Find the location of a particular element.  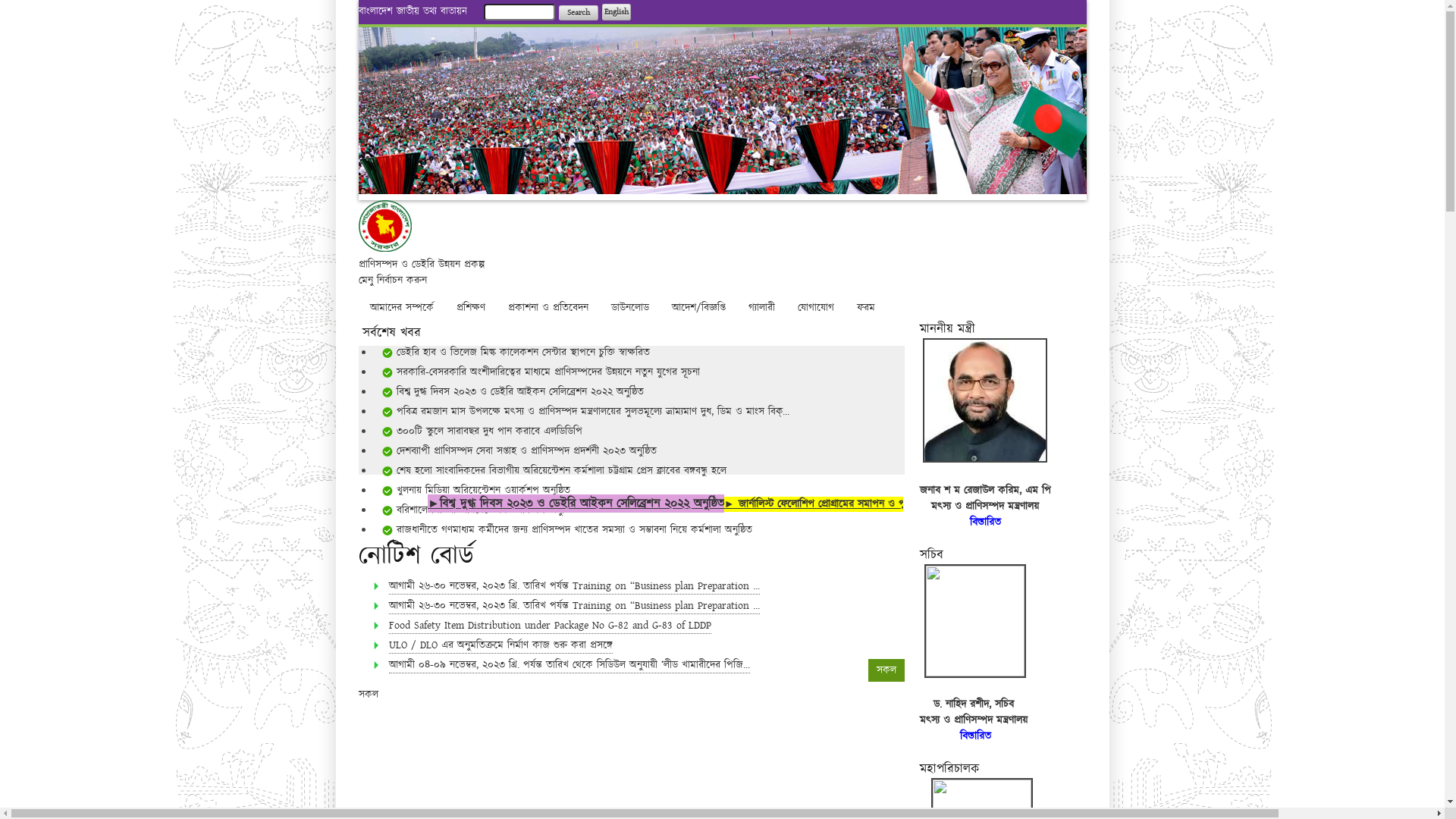

'Search' is located at coordinates (577, 12).